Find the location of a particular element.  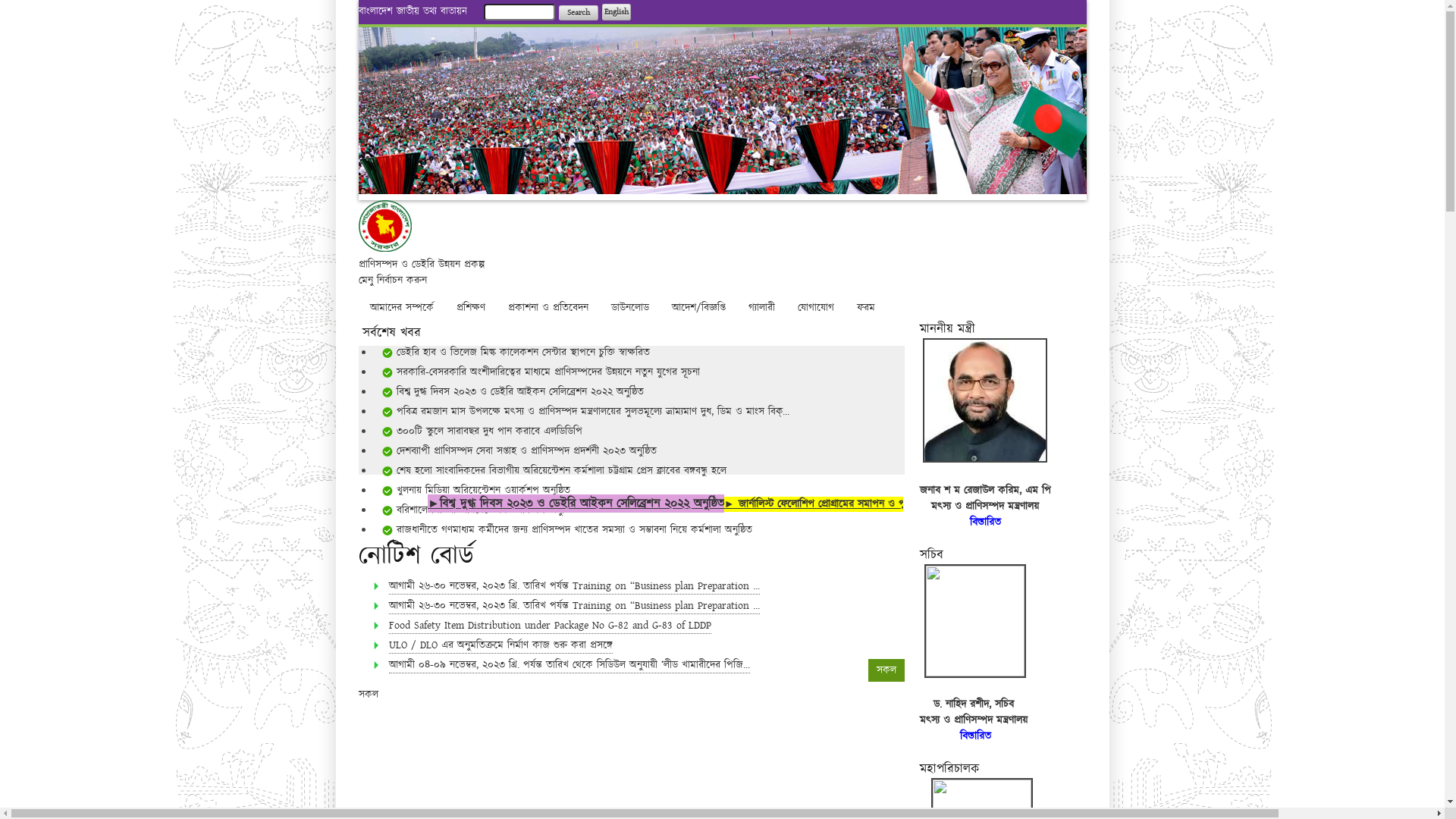

'Search' is located at coordinates (577, 12).